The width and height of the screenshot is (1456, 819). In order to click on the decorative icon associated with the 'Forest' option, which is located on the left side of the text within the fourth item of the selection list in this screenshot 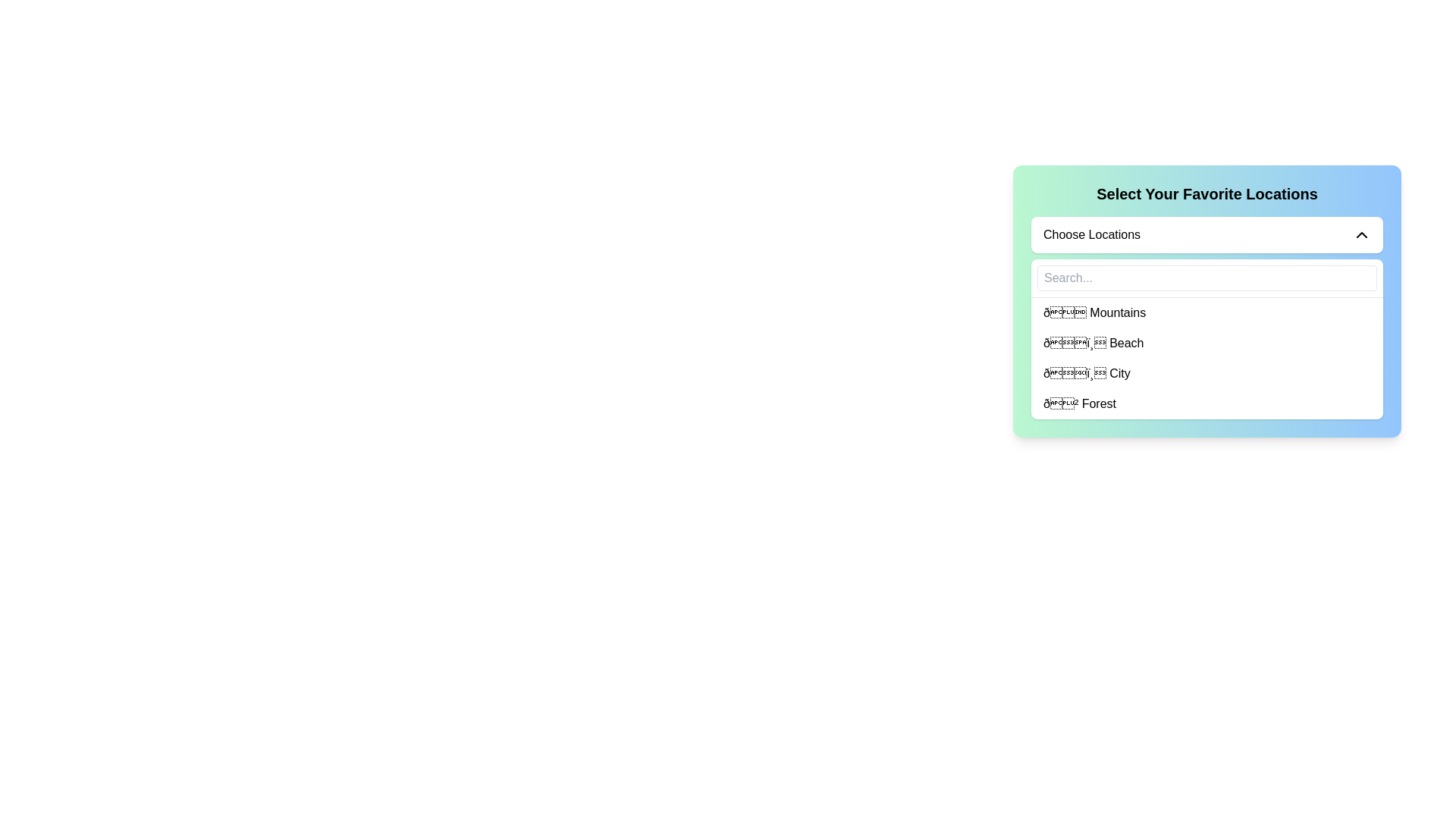, I will do `click(1060, 403)`.